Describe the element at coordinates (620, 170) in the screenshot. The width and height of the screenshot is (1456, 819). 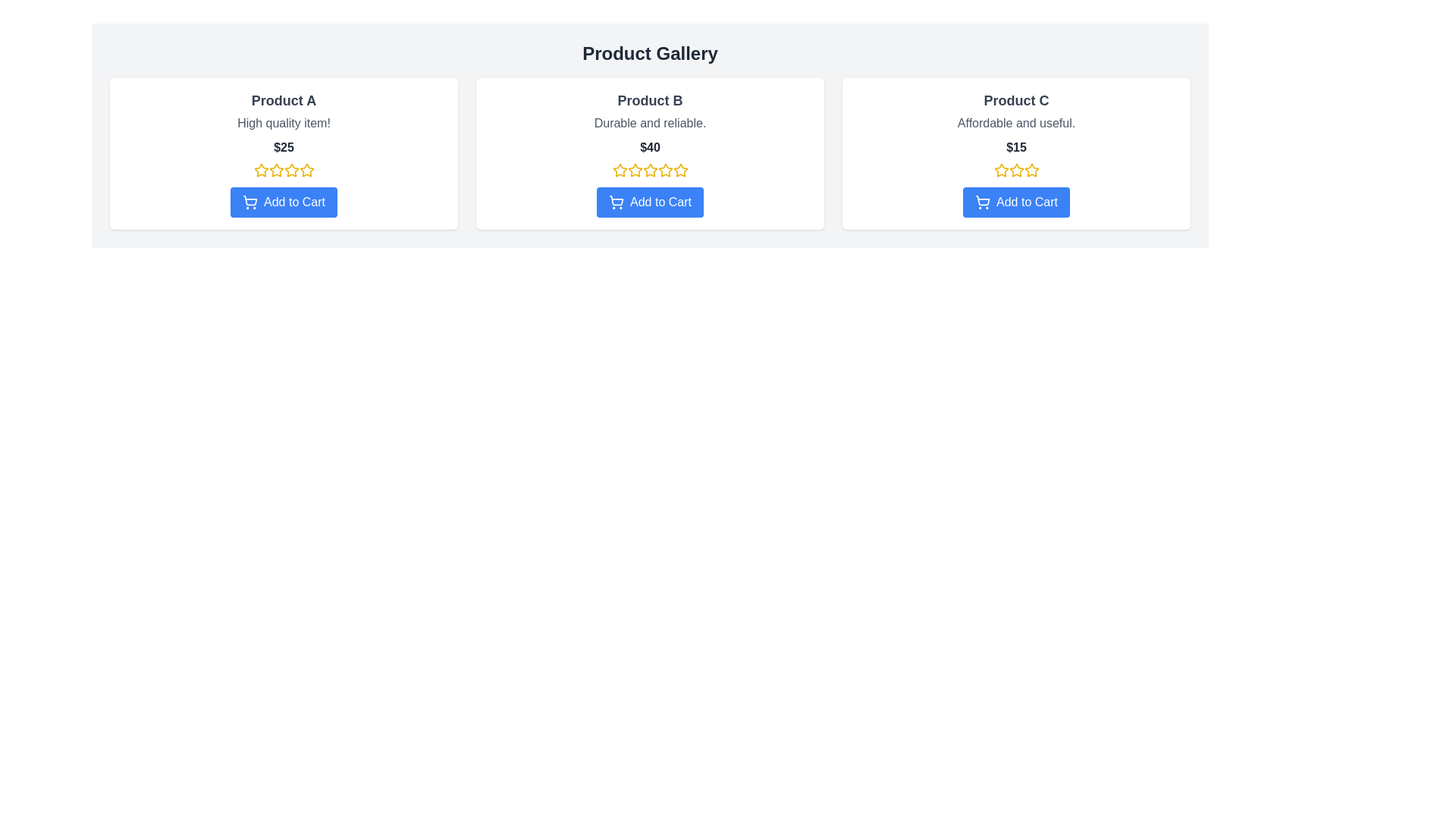
I see `the first yellow star icon in the rating section for 'Product B' to rate it` at that location.